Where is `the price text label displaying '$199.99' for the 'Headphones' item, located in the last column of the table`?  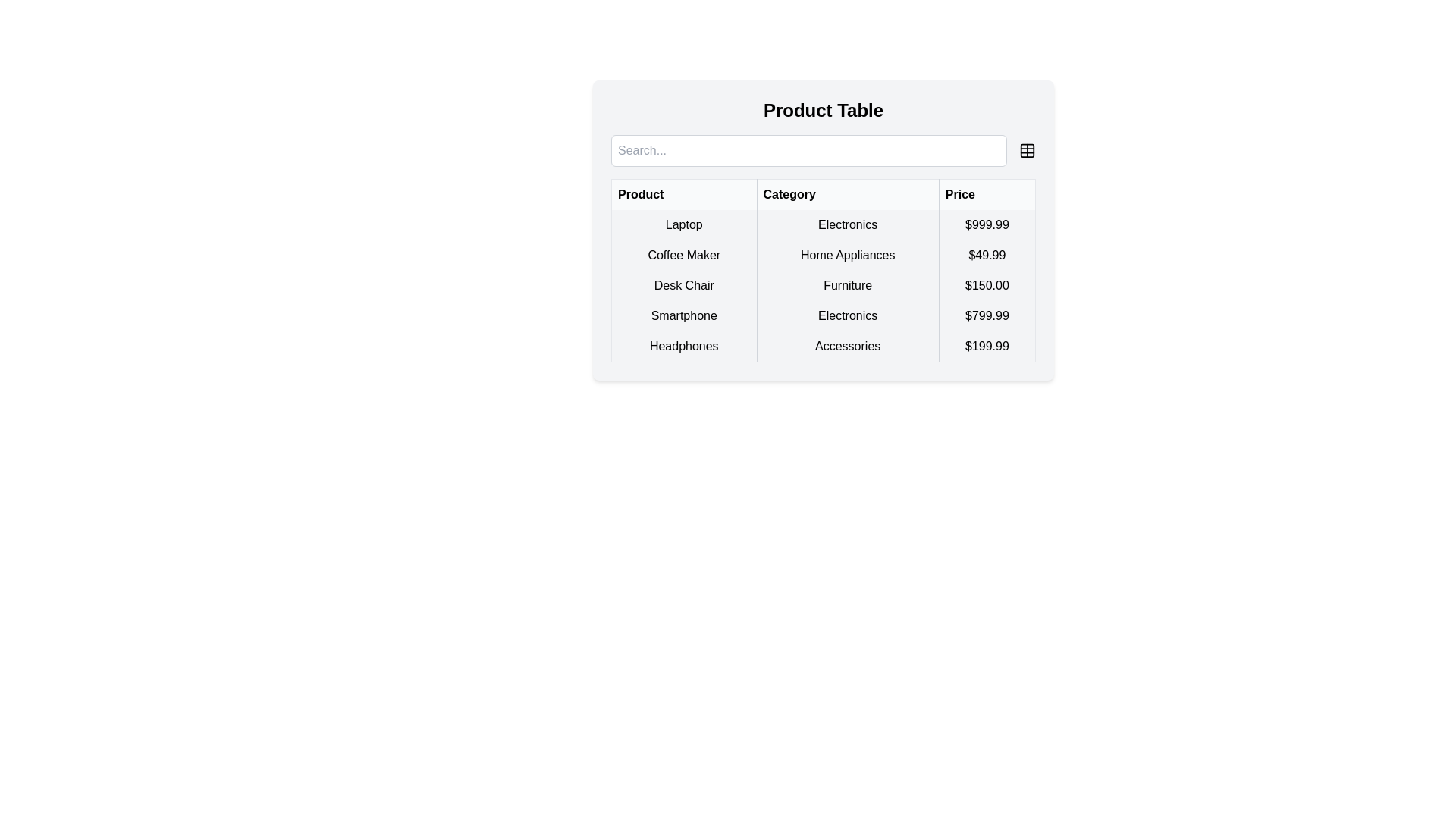 the price text label displaying '$199.99' for the 'Headphones' item, located in the last column of the table is located at coordinates (987, 347).